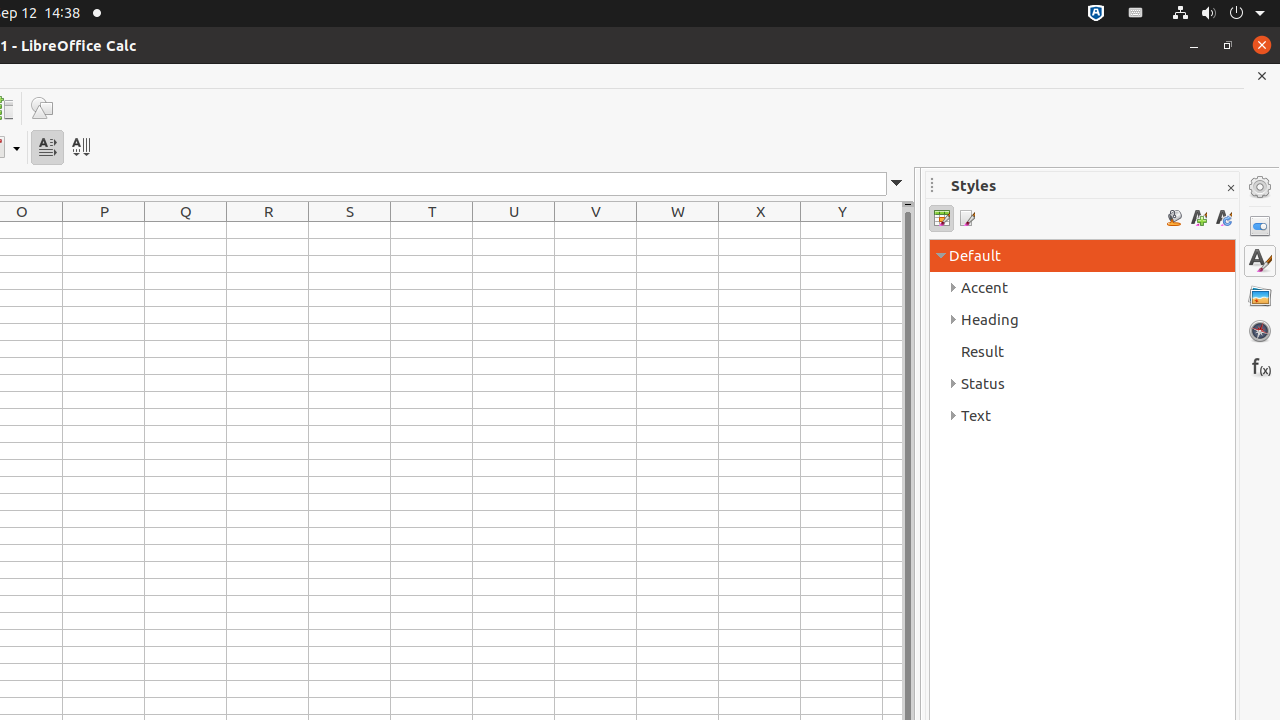 Image resolution: width=1280 pixels, height=720 pixels. Describe the element at coordinates (940, 218) in the screenshot. I see `'Cell Styles'` at that location.